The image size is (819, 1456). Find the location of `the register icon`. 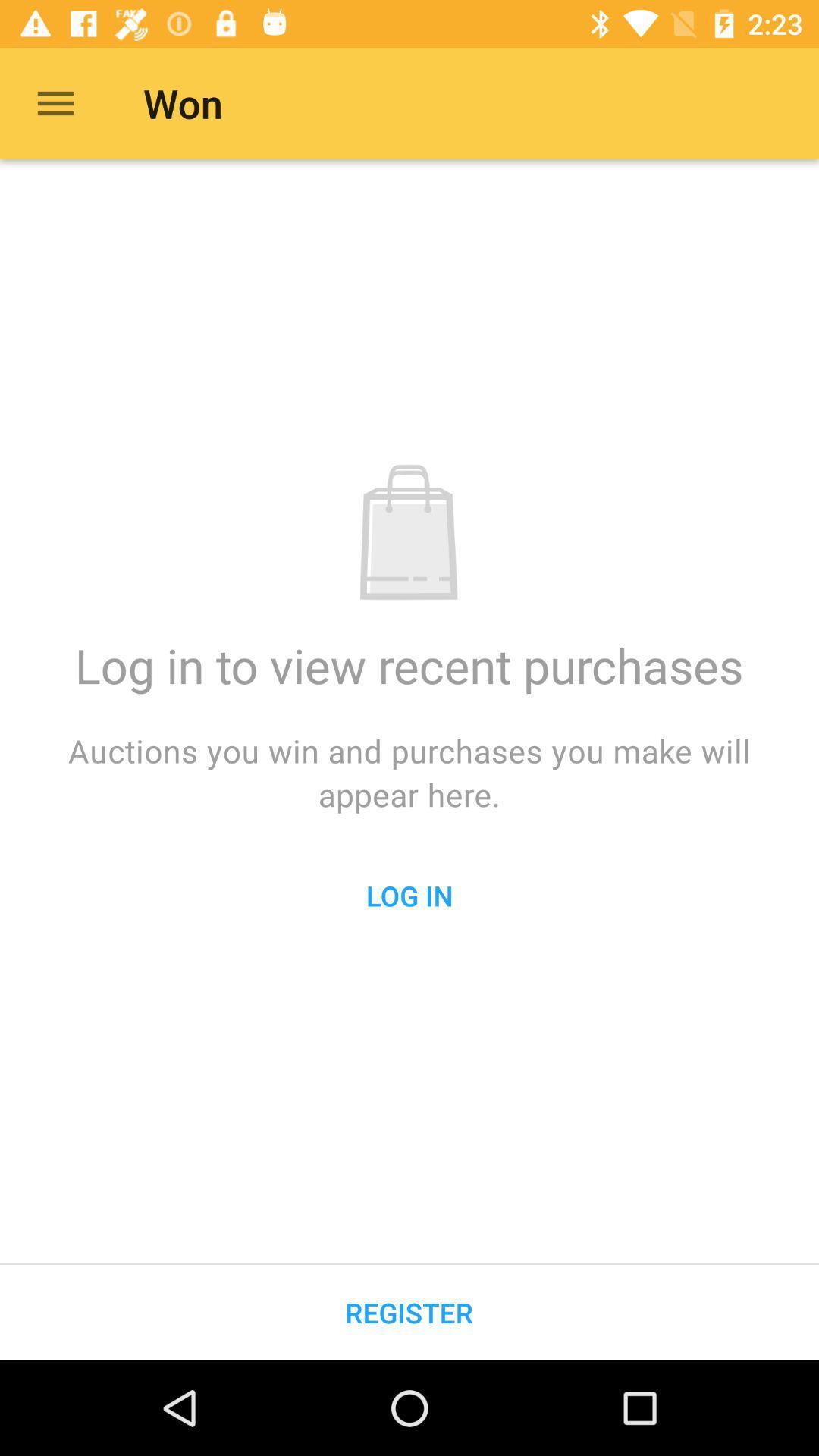

the register icon is located at coordinates (408, 1312).